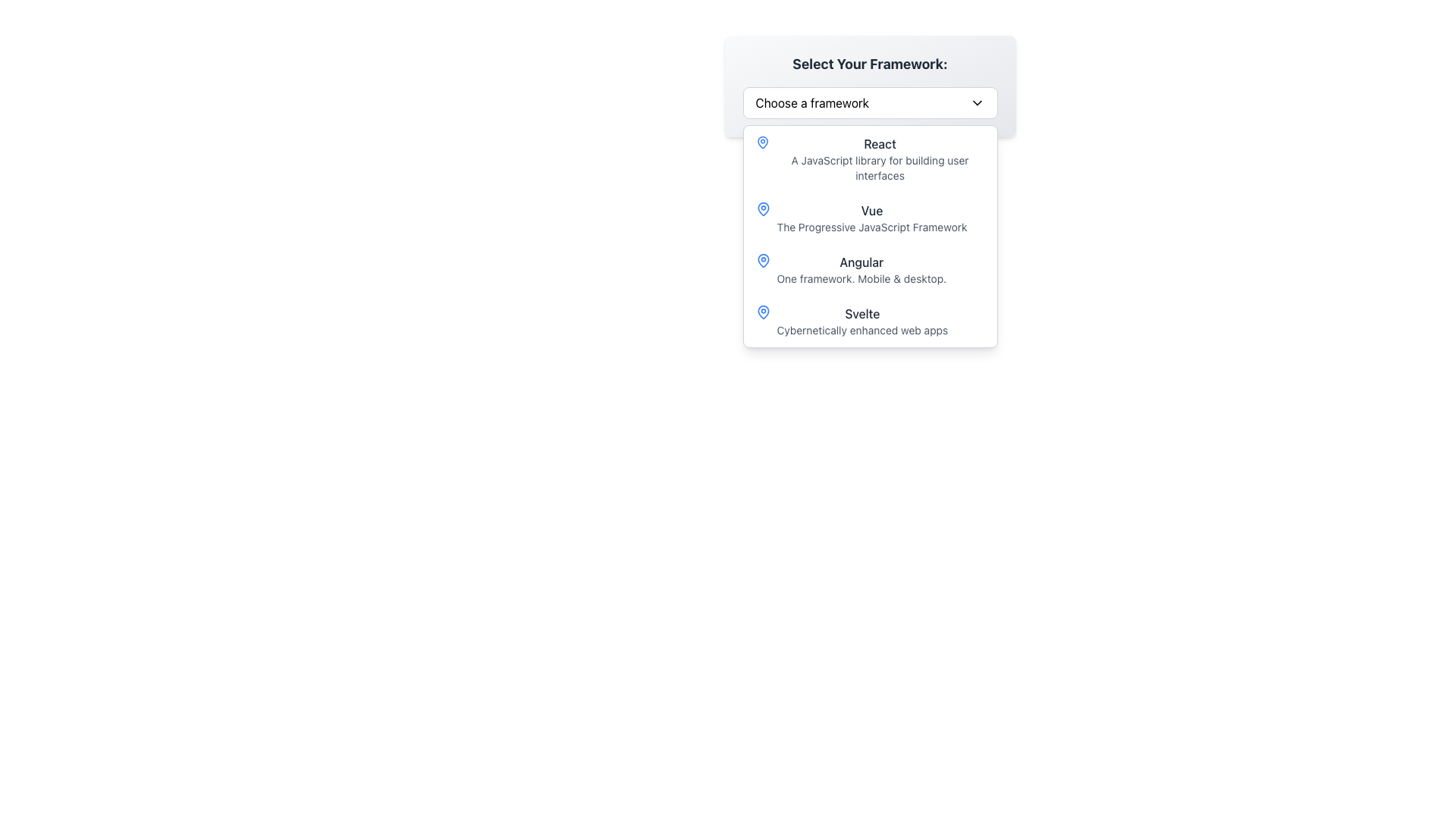  I want to click on descriptive content of the text label that reads 'The Progressive JavaScript Framework', which is styled with a small font size and light gray color, located directly below the bolded text 'Vue', so click(871, 227).